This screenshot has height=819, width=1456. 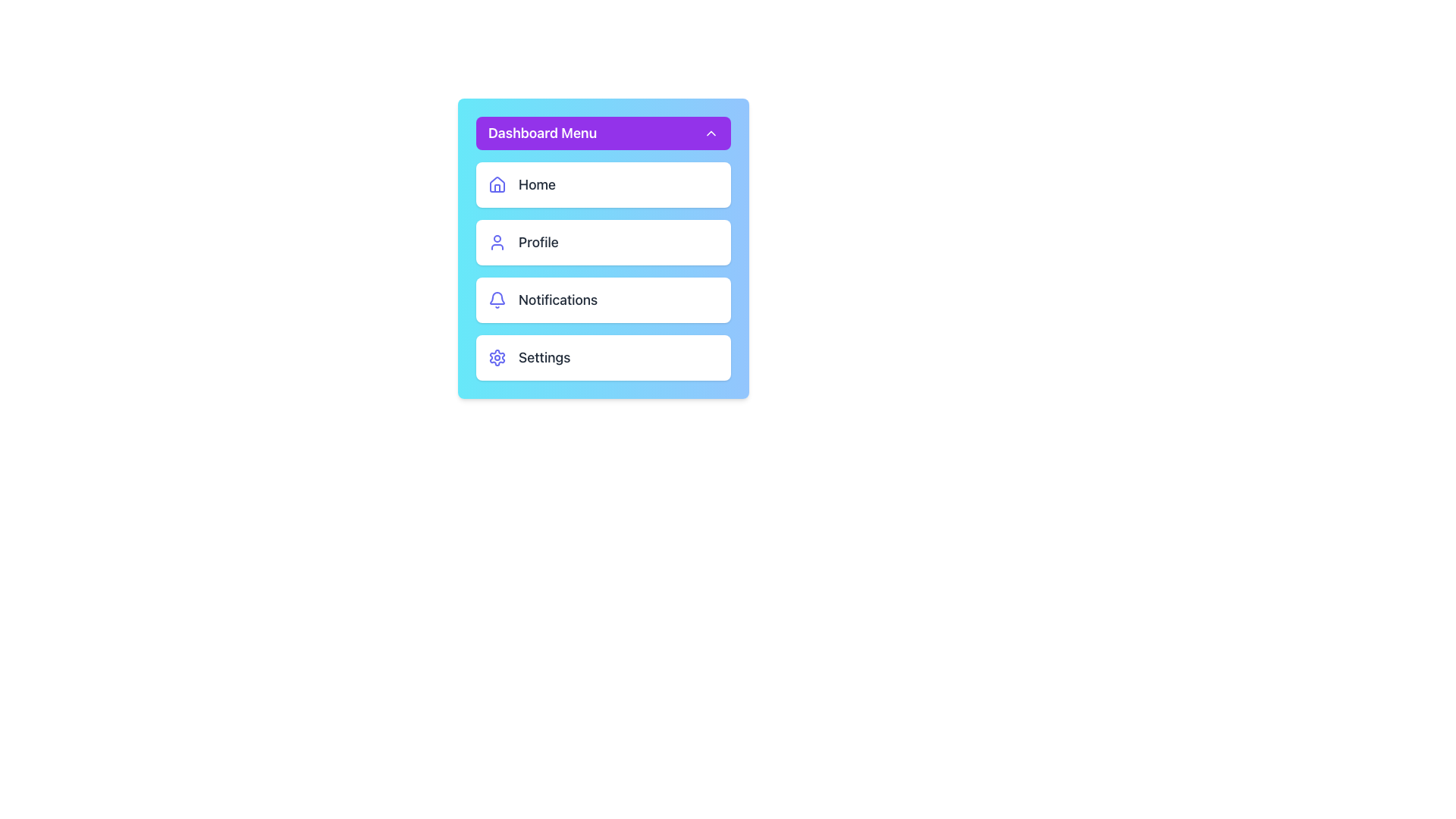 I want to click on the 'Notifications' button, which is the third item in the vertical list within the 'Dashboard Menu' box, featuring a bell icon and text, so click(x=603, y=271).